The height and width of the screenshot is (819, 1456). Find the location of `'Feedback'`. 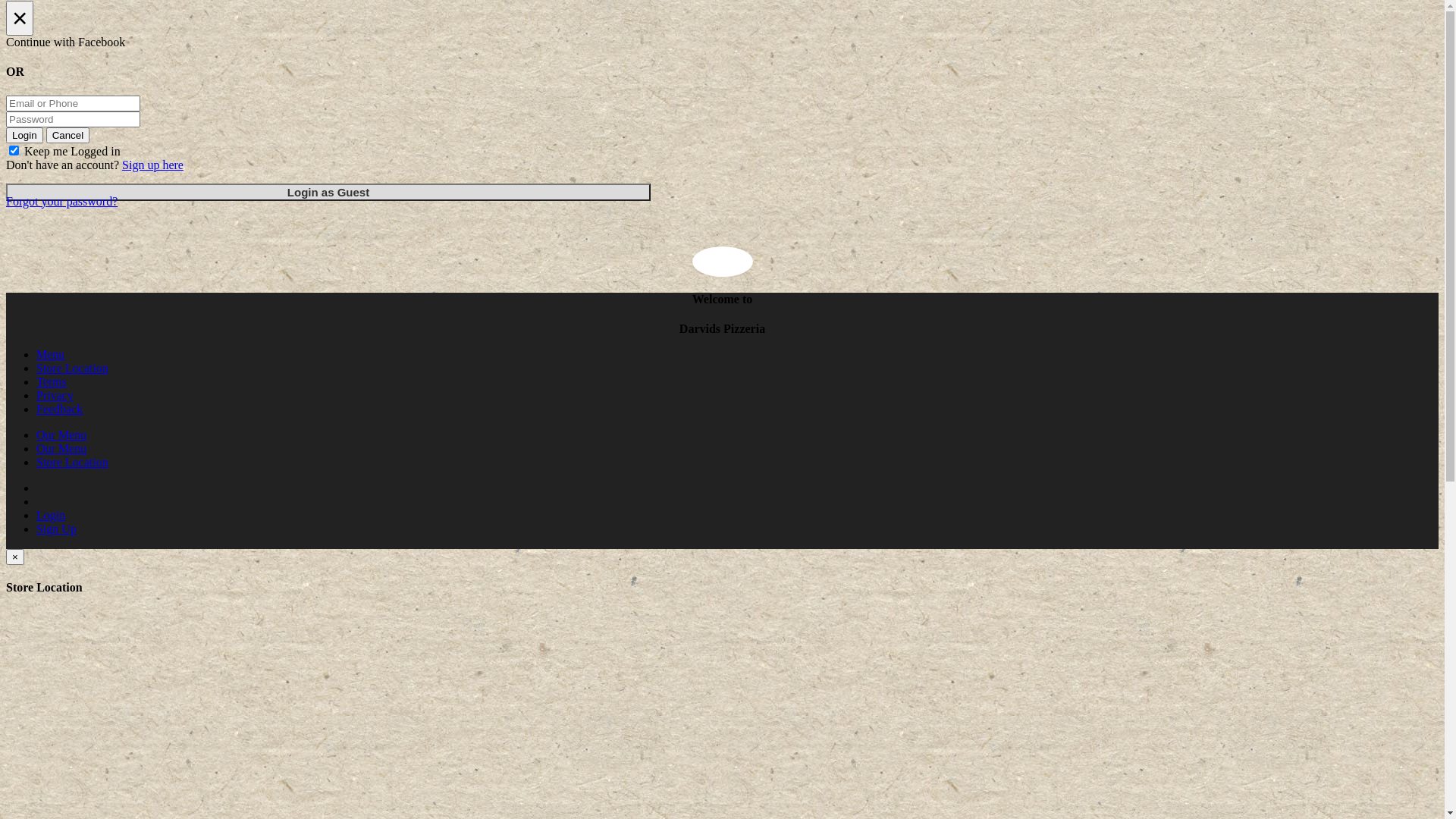

'Feedback' is located at coordinates (59, 408).